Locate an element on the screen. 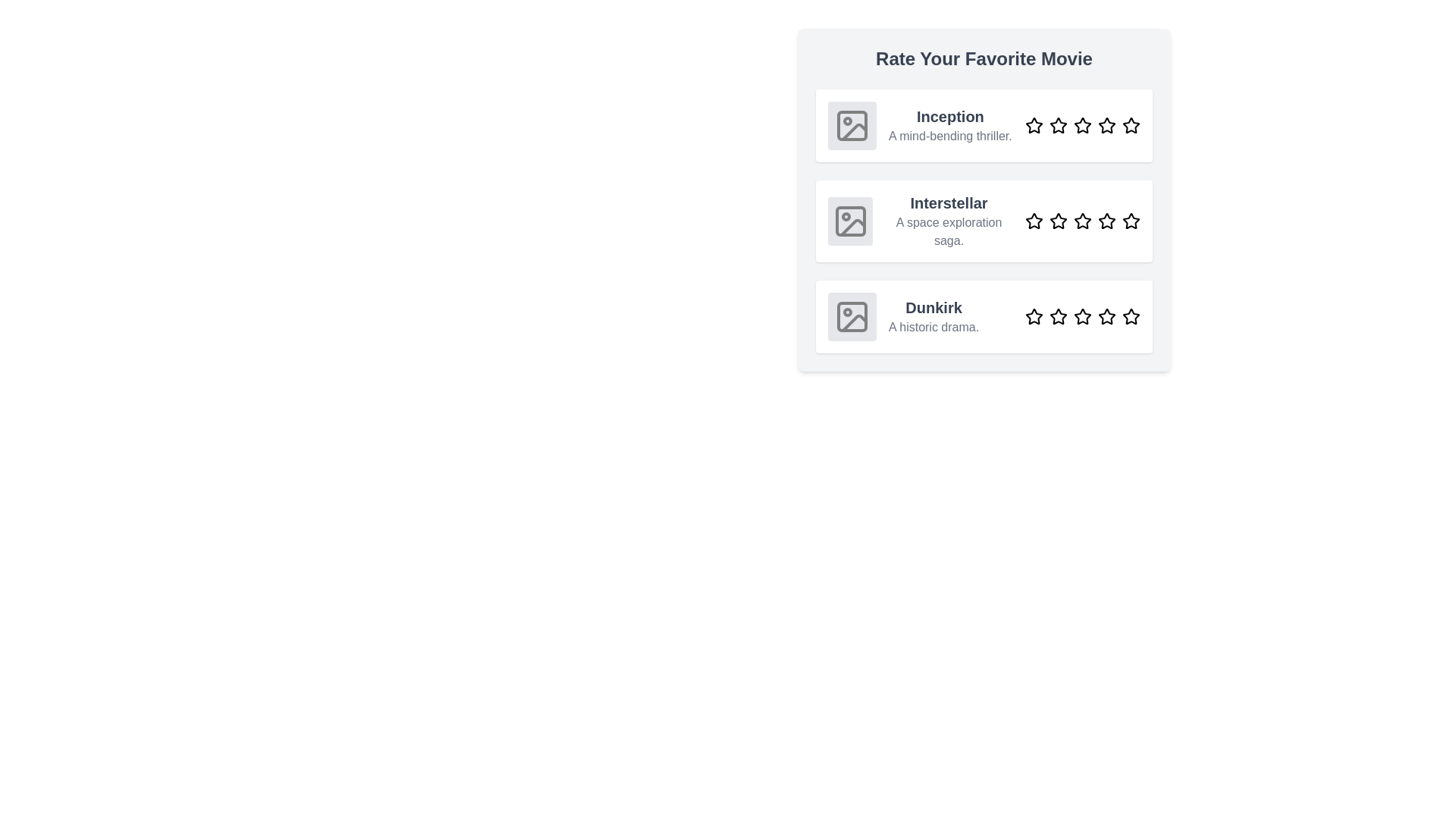 Image resolution: width=1456 pixels, height=819 pixels. the third star rating button for the movie 'Interstellar' is located at coordinates (1082, 221).